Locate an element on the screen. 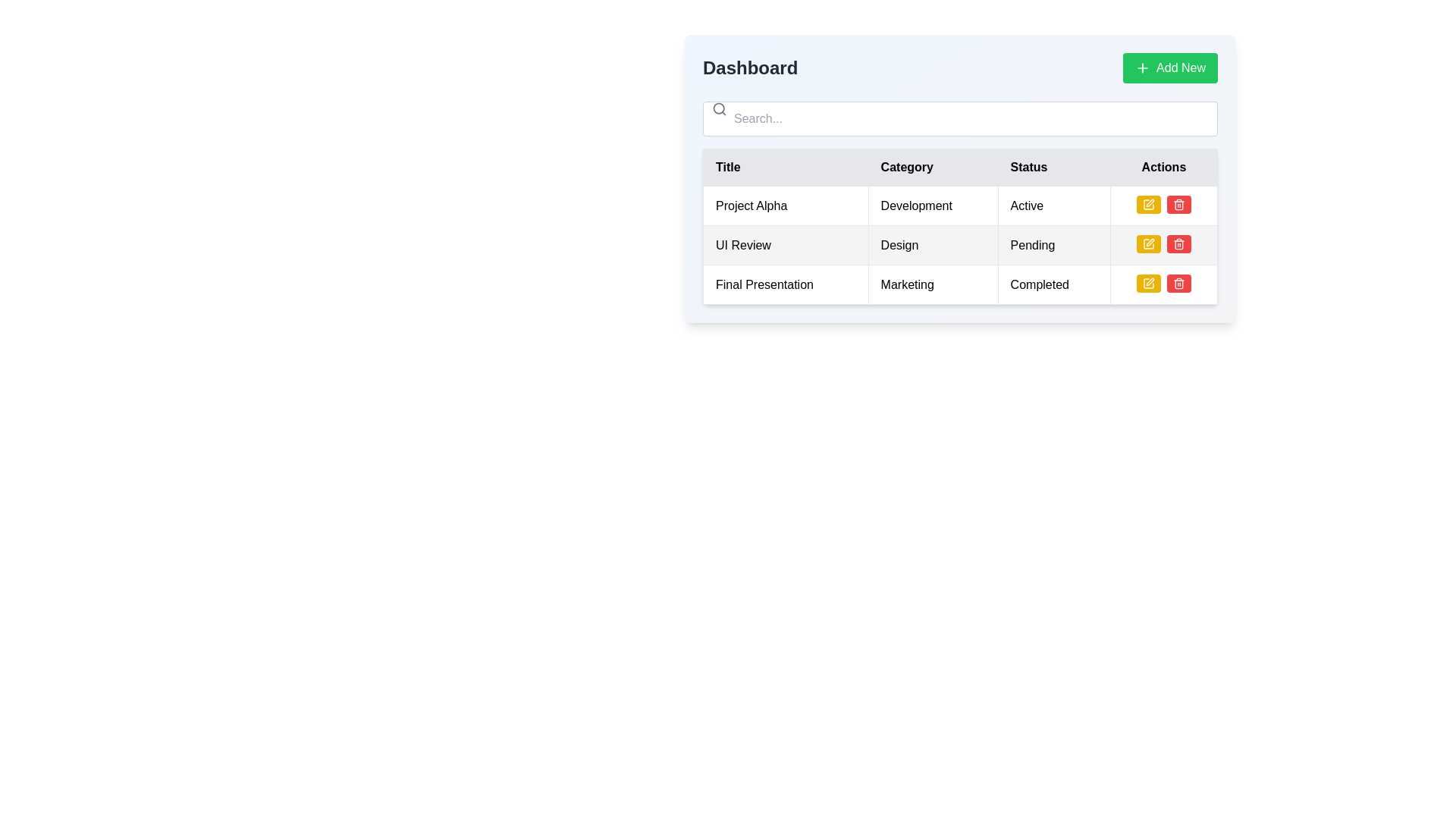  the third row of the table that displays data for a project, including its title, category, and status is located at coordinates (959, 284).